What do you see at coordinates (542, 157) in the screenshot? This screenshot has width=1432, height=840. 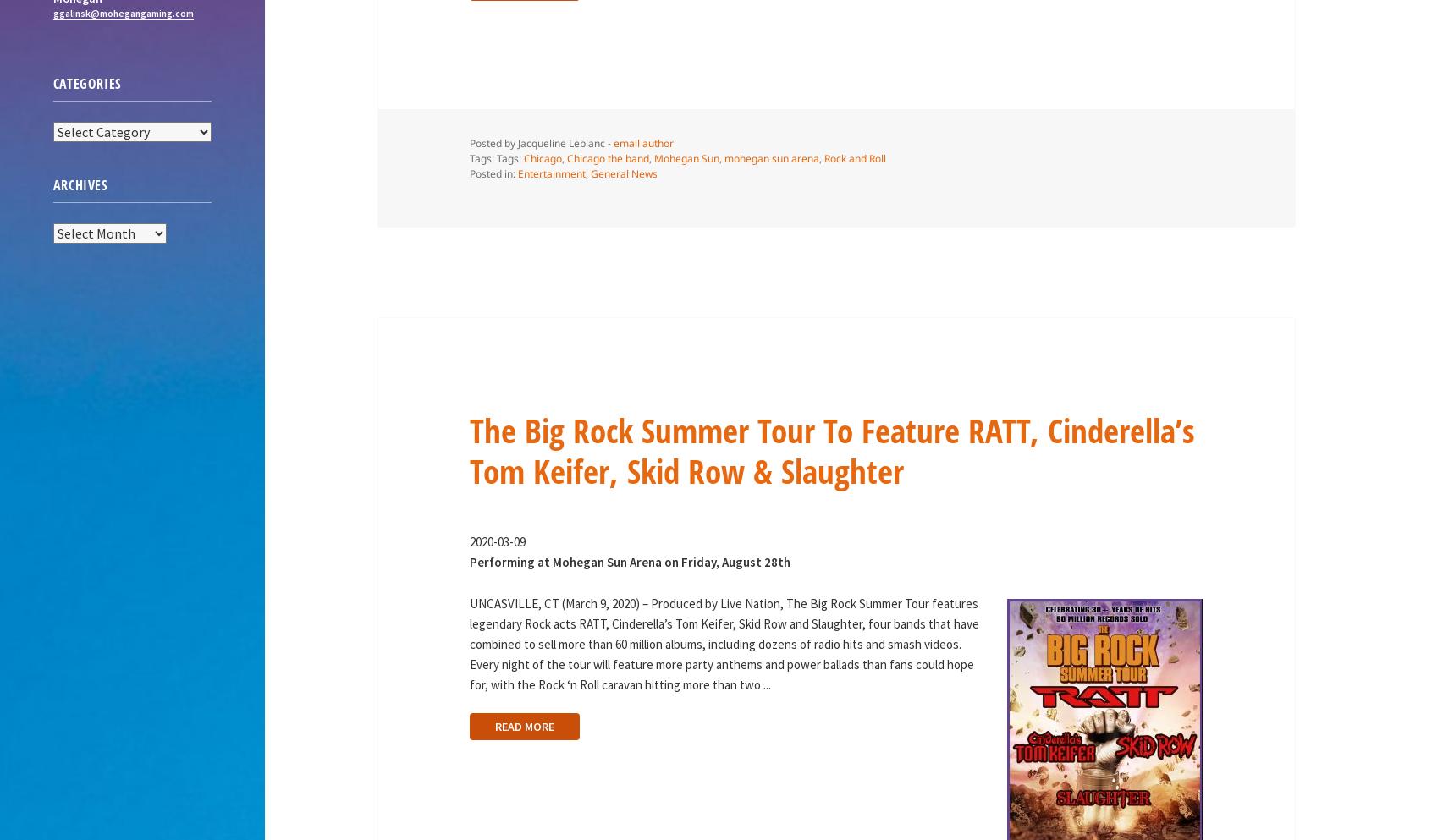 I see `'Chicago'` at bounding box center [542, 157].